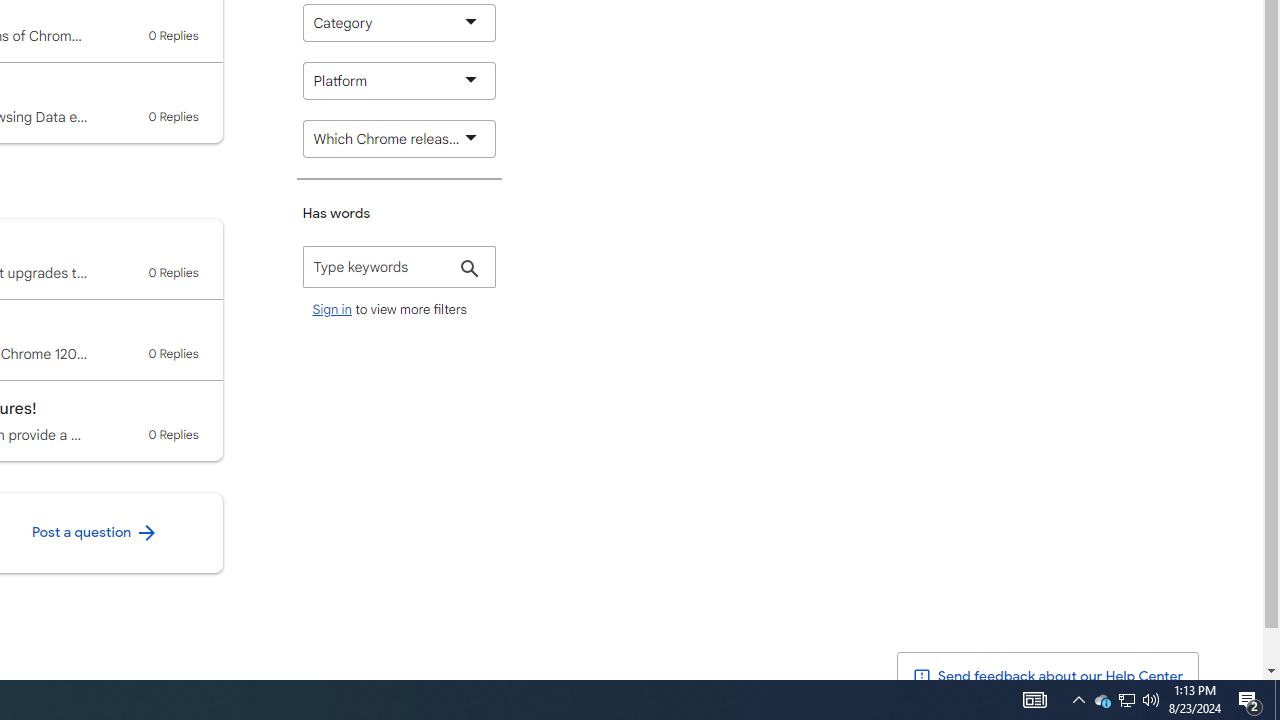 The image size is (1280, 720). I want to click on 'Platform', so click(399, 80).